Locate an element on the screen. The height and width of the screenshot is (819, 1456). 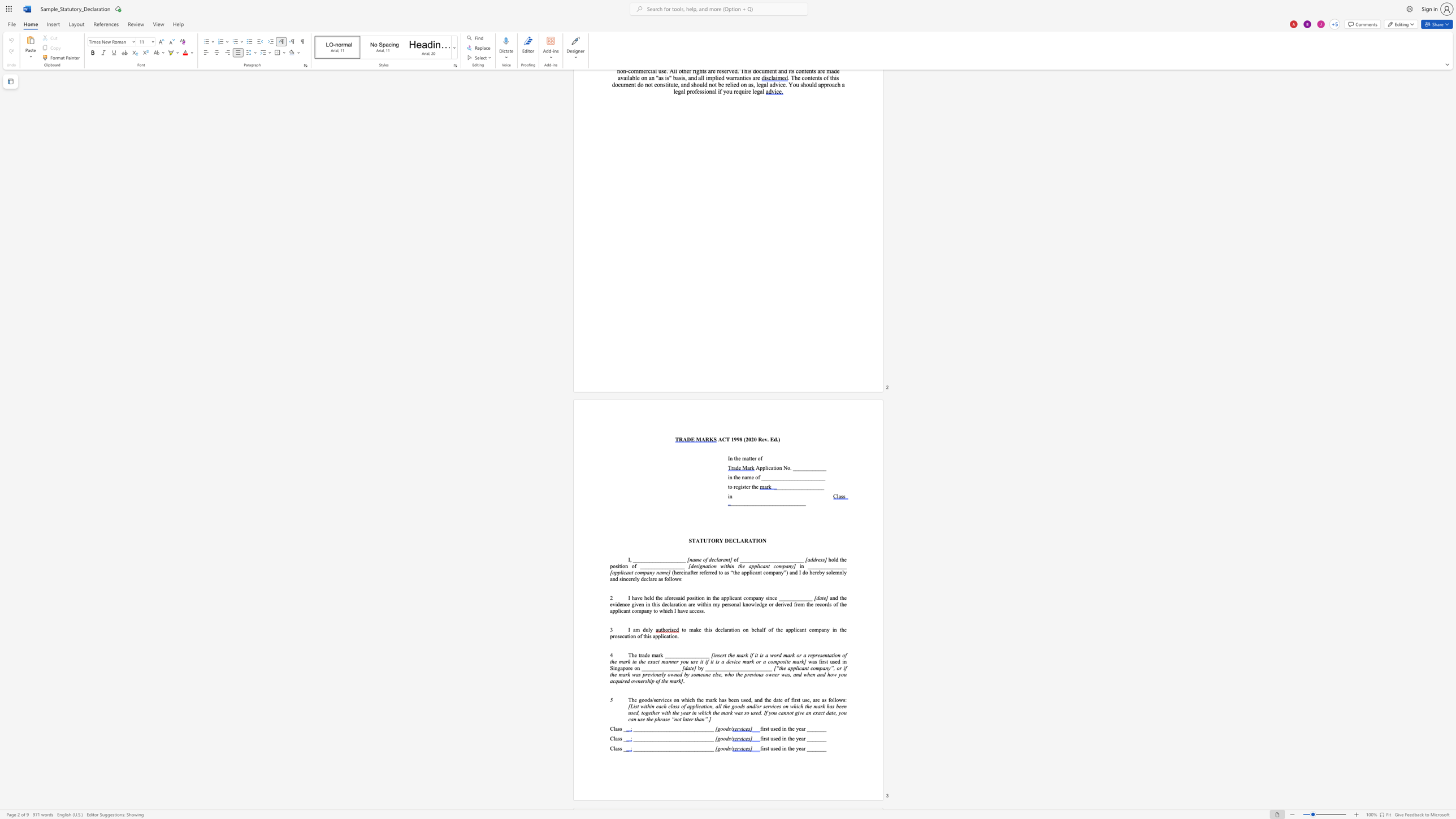
the 4th character "_" in the text is located at coordinates (674, 655).